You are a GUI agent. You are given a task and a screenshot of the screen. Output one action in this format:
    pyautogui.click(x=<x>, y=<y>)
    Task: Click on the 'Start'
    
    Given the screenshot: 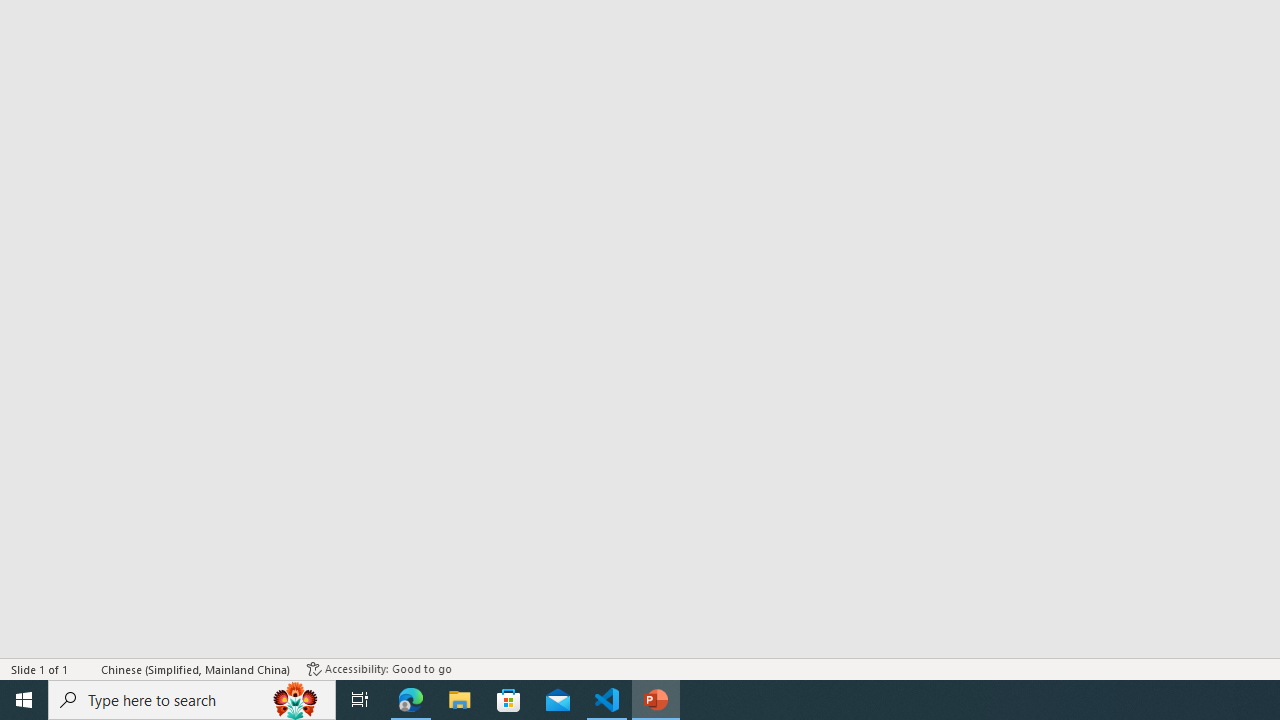 What is the action you would take?
    pyautogui.click(x=24, y=698)
    